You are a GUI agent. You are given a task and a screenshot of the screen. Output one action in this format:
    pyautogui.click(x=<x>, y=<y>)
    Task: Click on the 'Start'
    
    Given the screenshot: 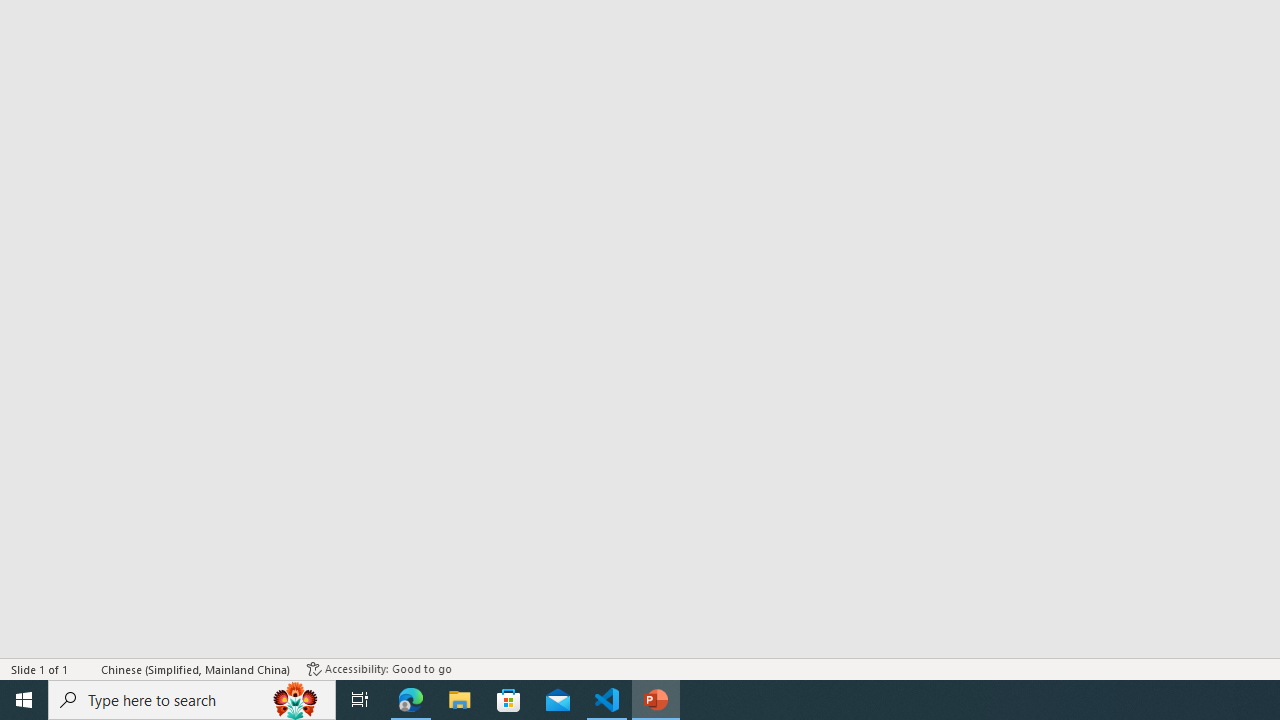 What is the action you would take?
    pyautogui.click(x=24, y=698)
    